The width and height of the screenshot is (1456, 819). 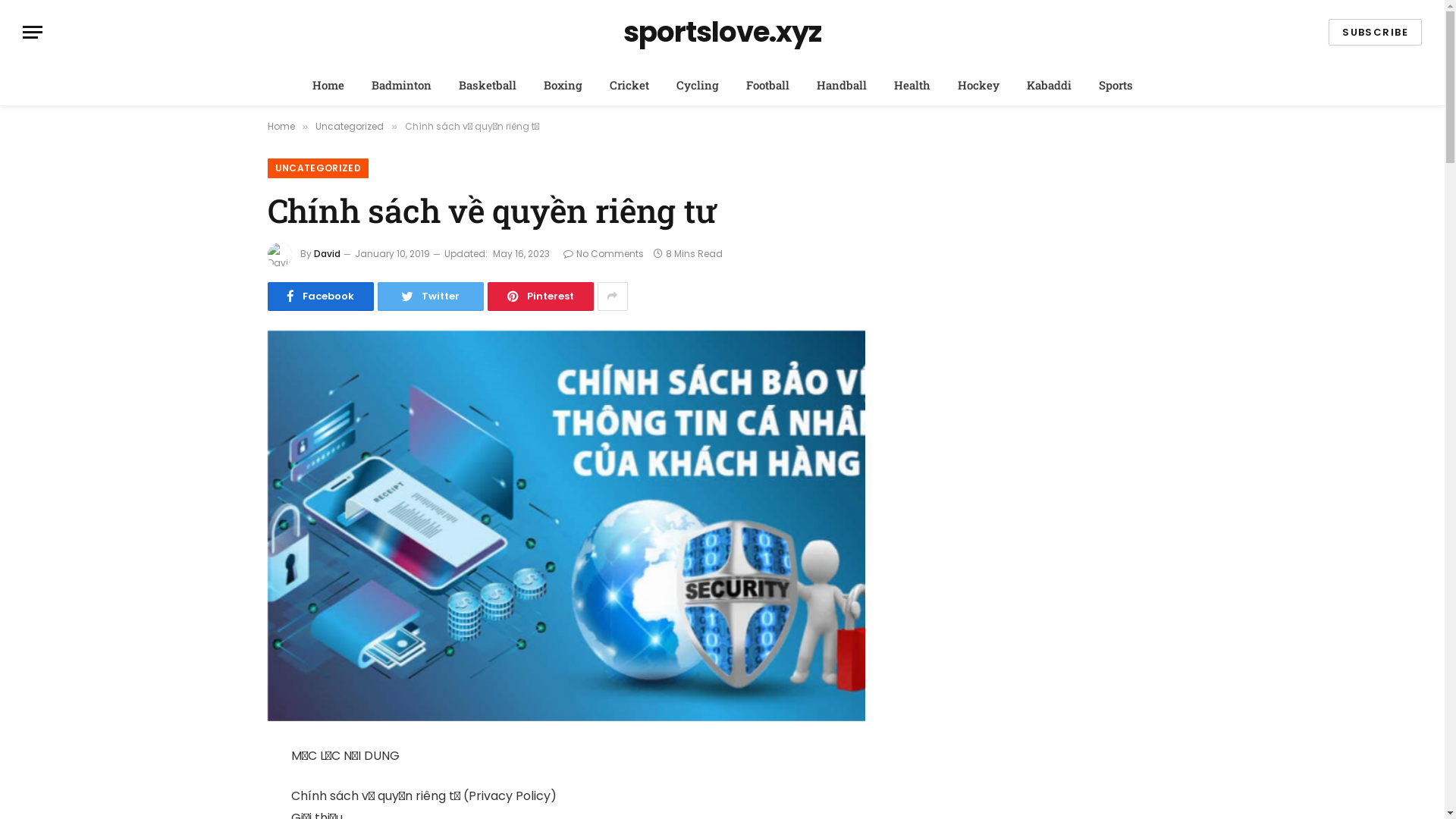 What do you see at coordinates (596, 296) in the screenshot?
I see `'Show More Social Sharing'` at bounding box center [596, 296].